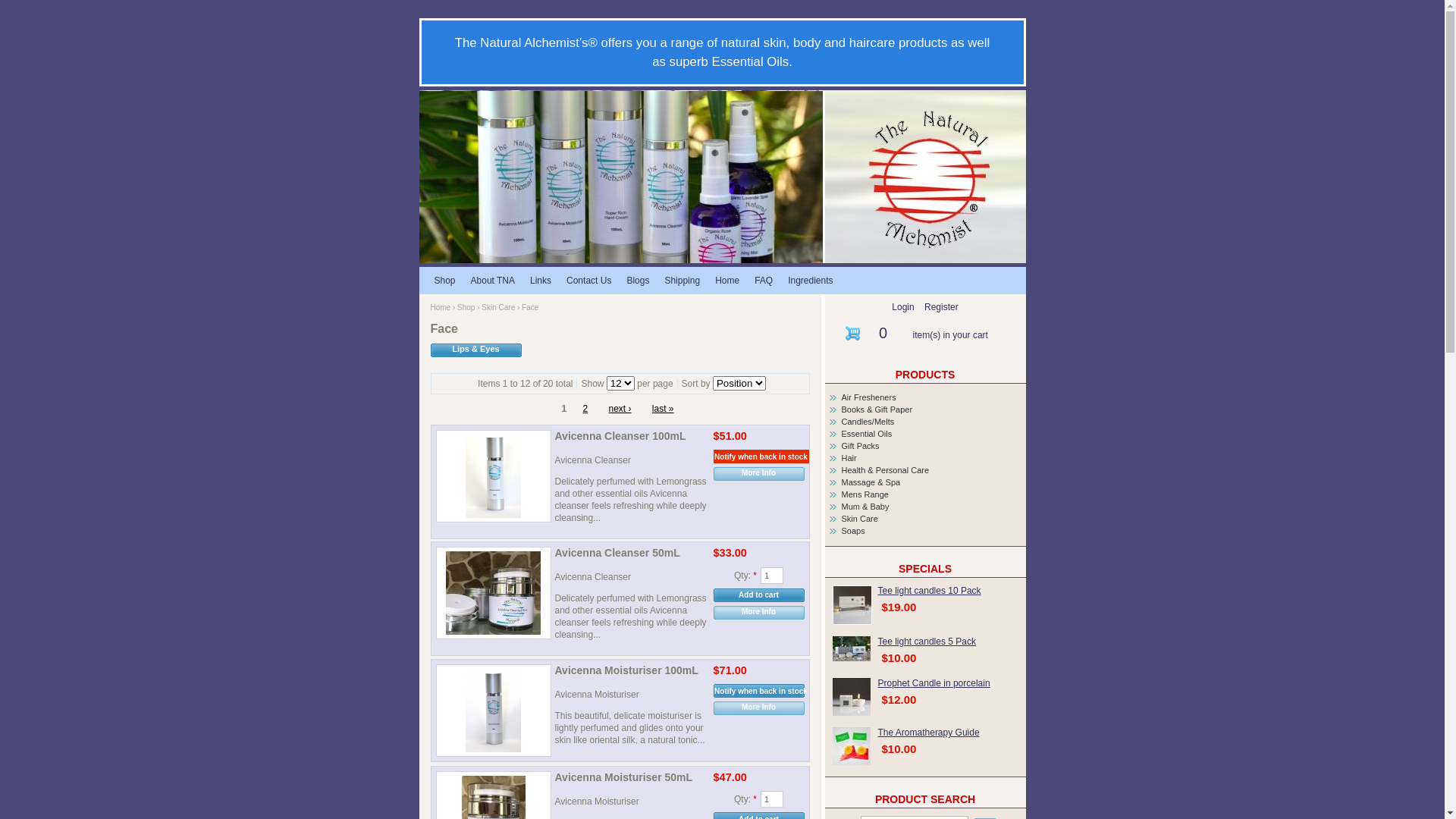  I want to click on 'Register', so click(940, 307).